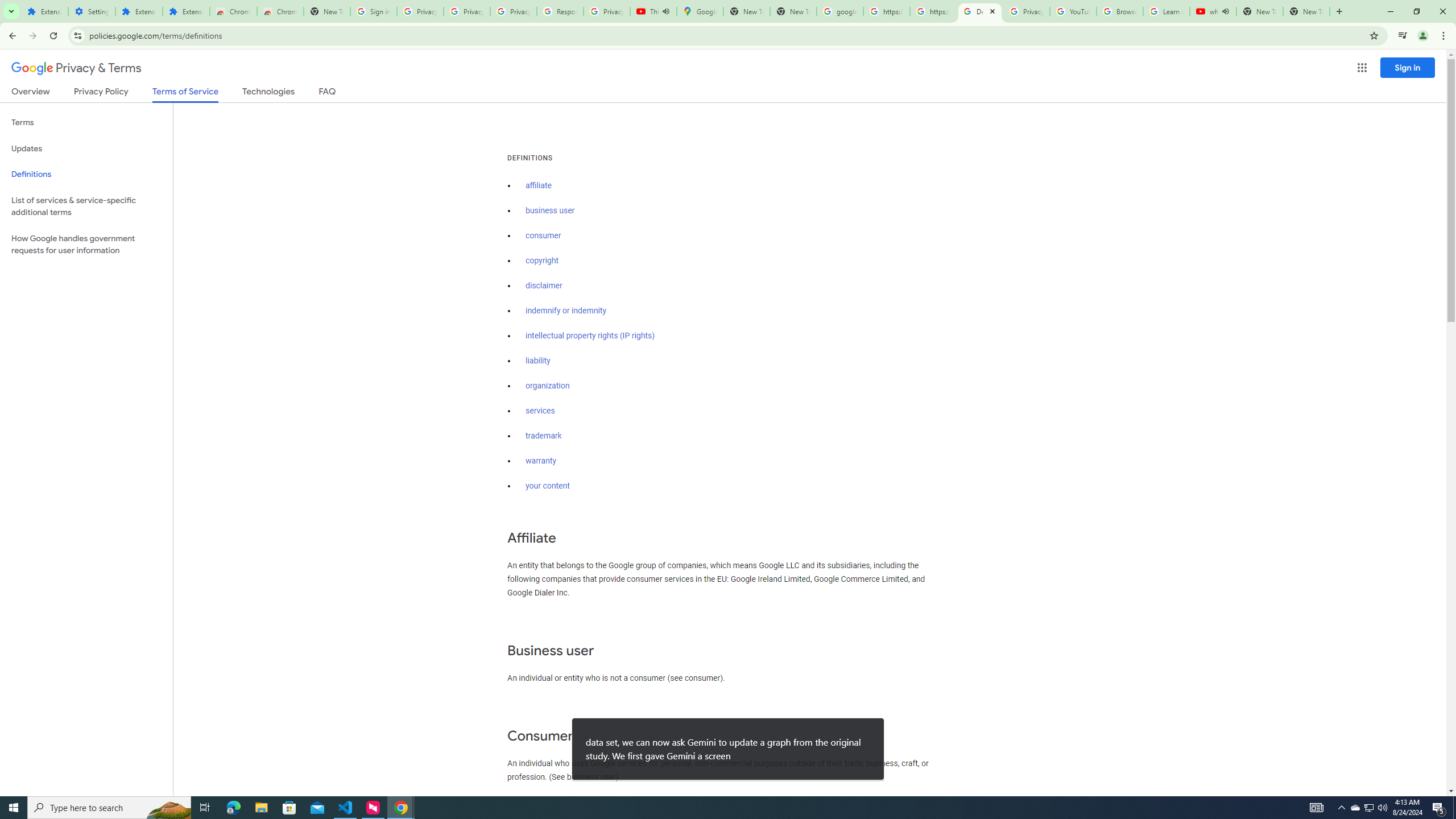 The width and height of the screenshot is (1456, 819). I want to click on 'indemnify or indemnity', so click(565, 311).